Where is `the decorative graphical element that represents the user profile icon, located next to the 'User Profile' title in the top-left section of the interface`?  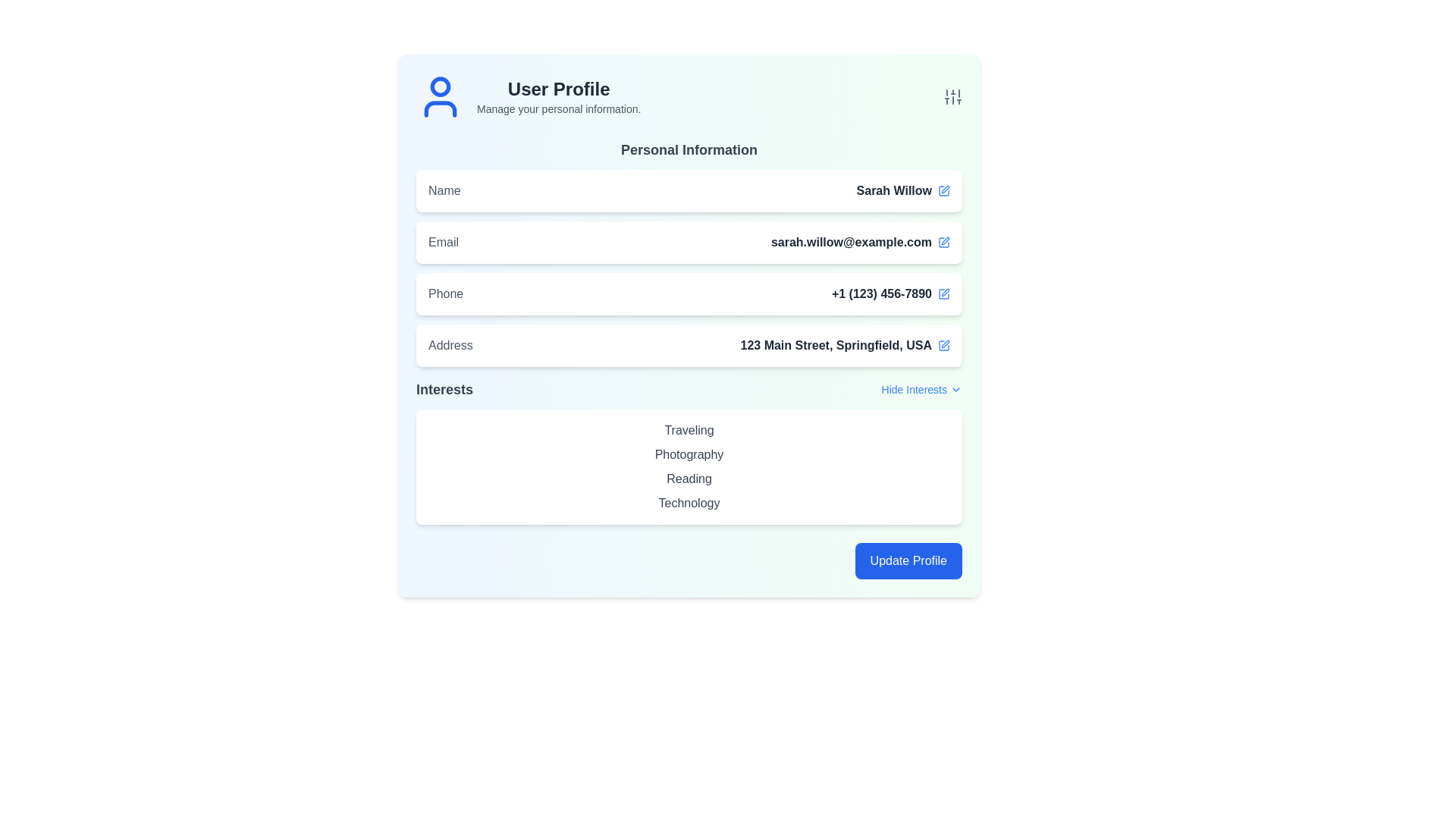 the decorative graphical element that represents the user profile icon, located next to the 'User Profile' title in the top-left section of the interface is located at coordinates (439, 86).